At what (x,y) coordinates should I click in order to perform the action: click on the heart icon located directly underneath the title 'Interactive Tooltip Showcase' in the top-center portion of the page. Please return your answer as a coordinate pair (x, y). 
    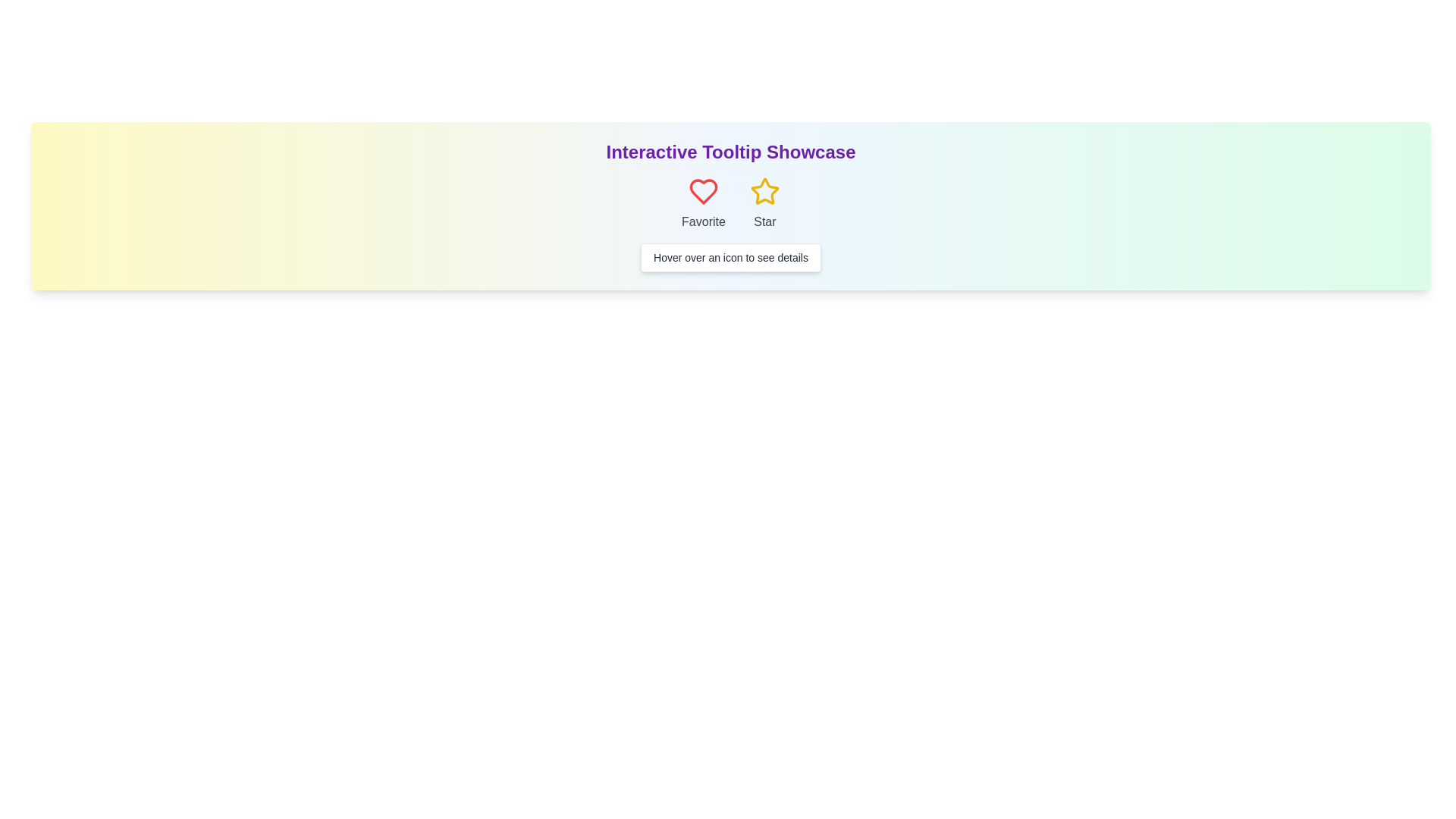
    Looking at the image, I should click on (702, 191).